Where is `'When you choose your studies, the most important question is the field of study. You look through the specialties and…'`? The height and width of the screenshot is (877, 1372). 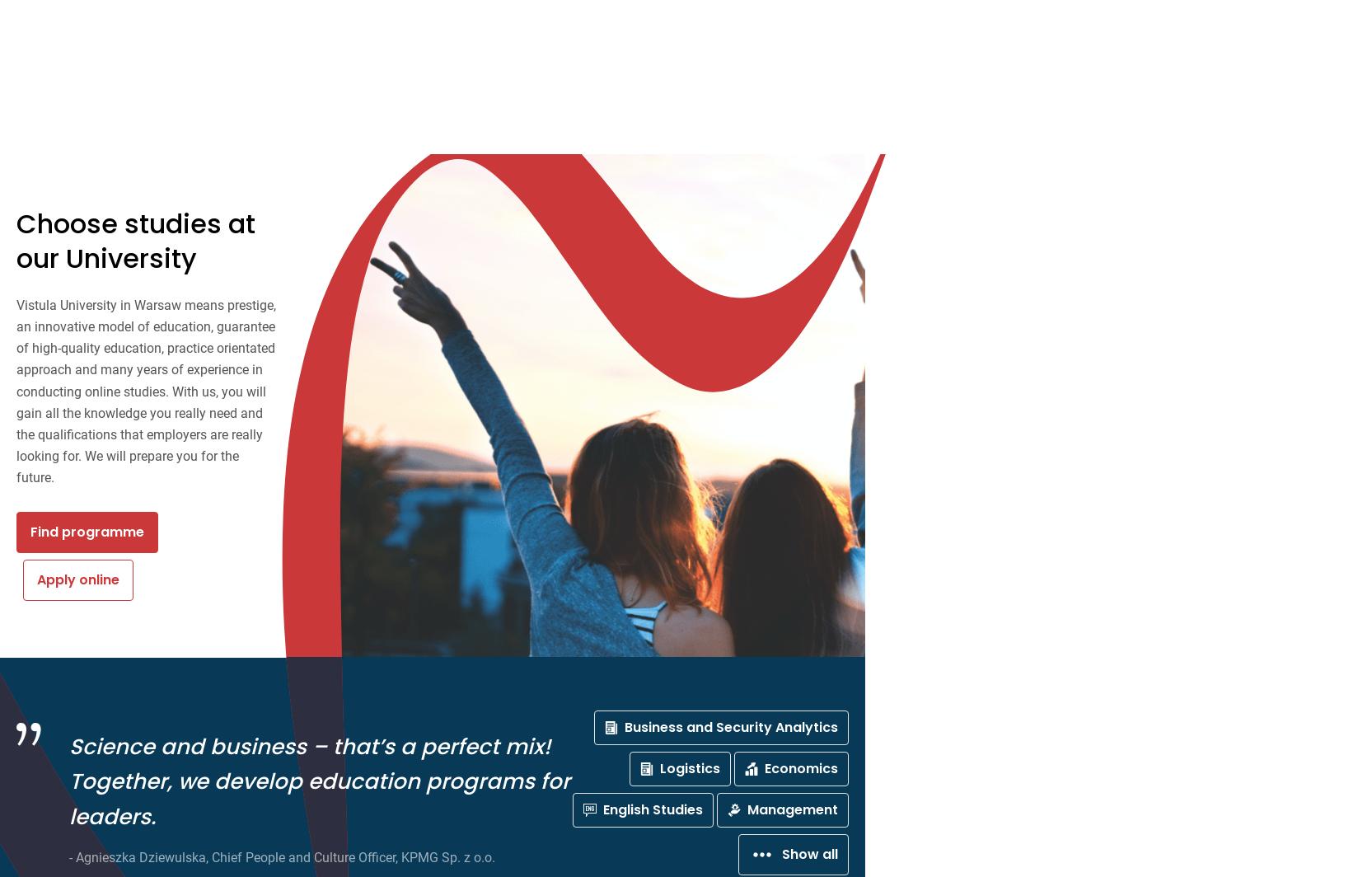 'When you choose your studies, the most important question is the field of study. You look through the specialties and…' is located at coordinates (745, 115).